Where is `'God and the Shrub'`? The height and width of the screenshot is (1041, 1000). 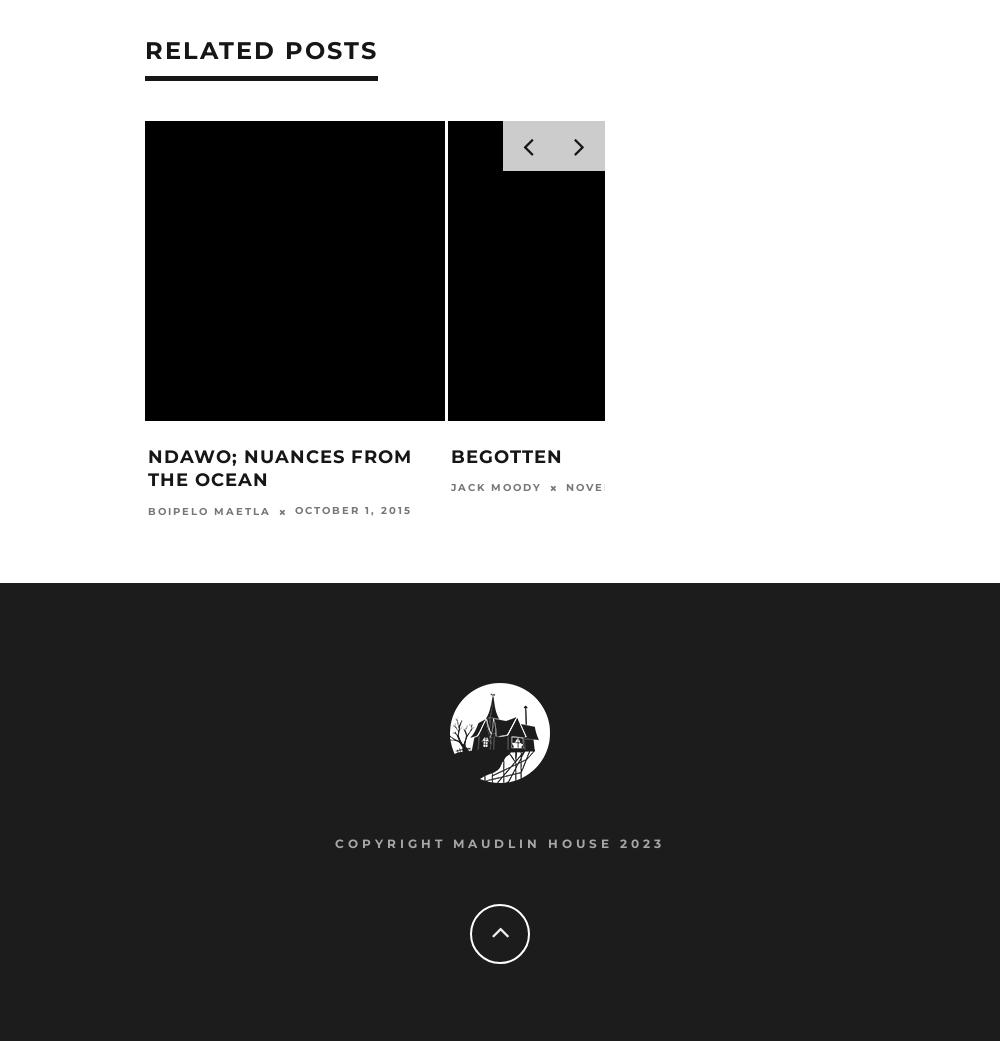 'God and the Shrub' is located at coordinates (865, 457).